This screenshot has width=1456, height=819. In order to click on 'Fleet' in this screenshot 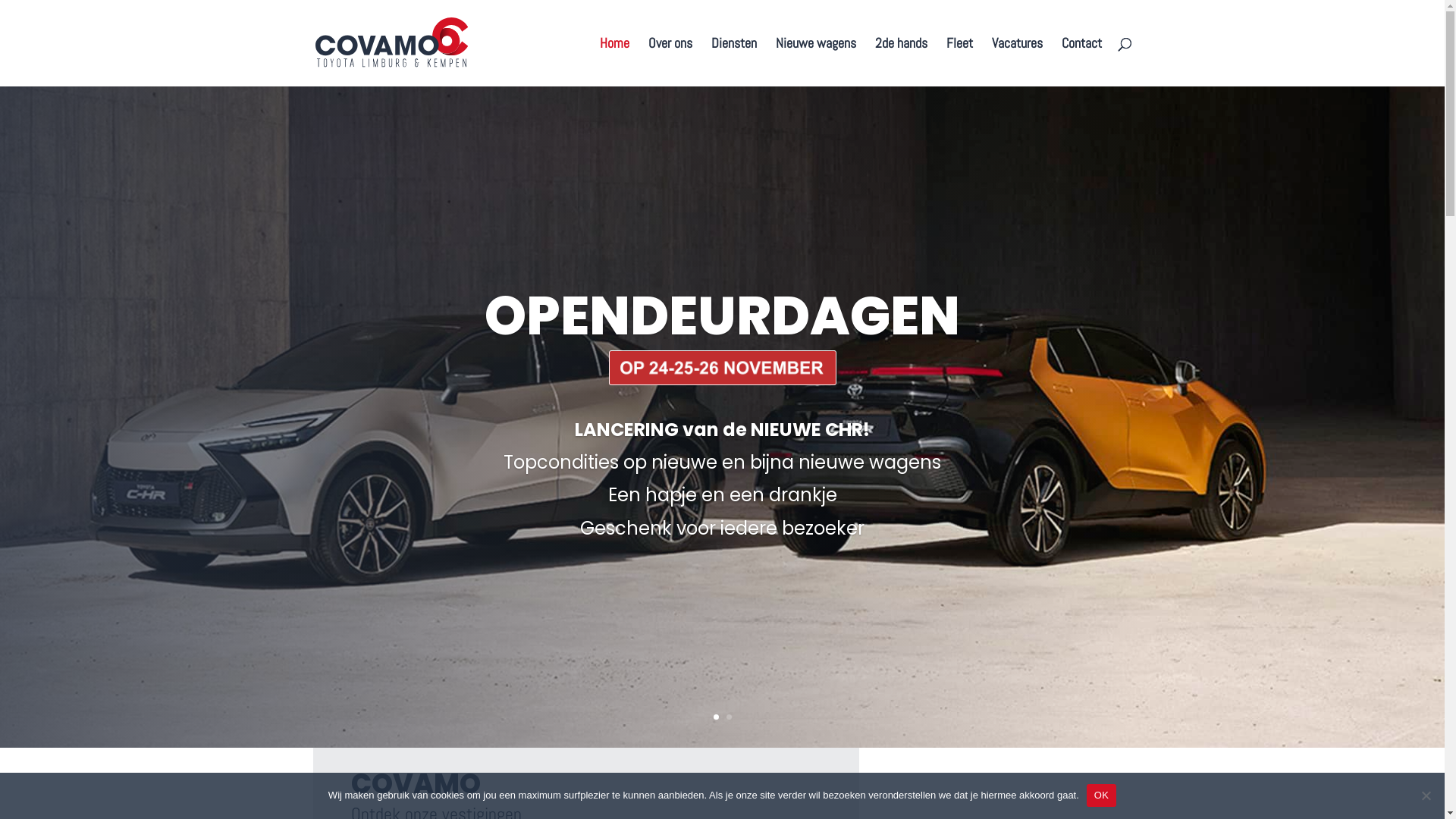, I will do `click(946, 61)`.